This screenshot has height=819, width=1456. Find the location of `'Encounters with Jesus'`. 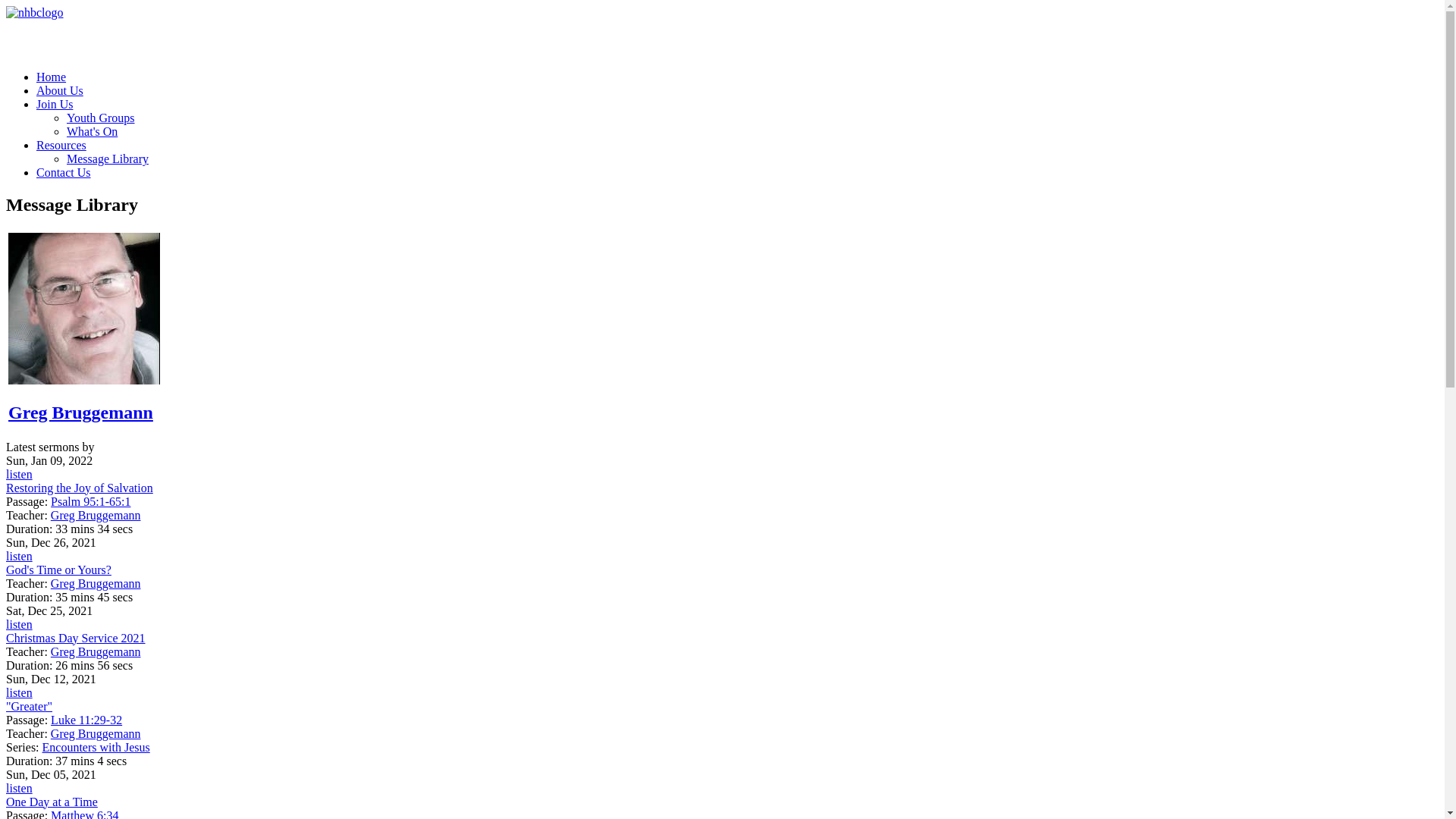

'Encounters with Jesus' is located at coordinates (95, 746).